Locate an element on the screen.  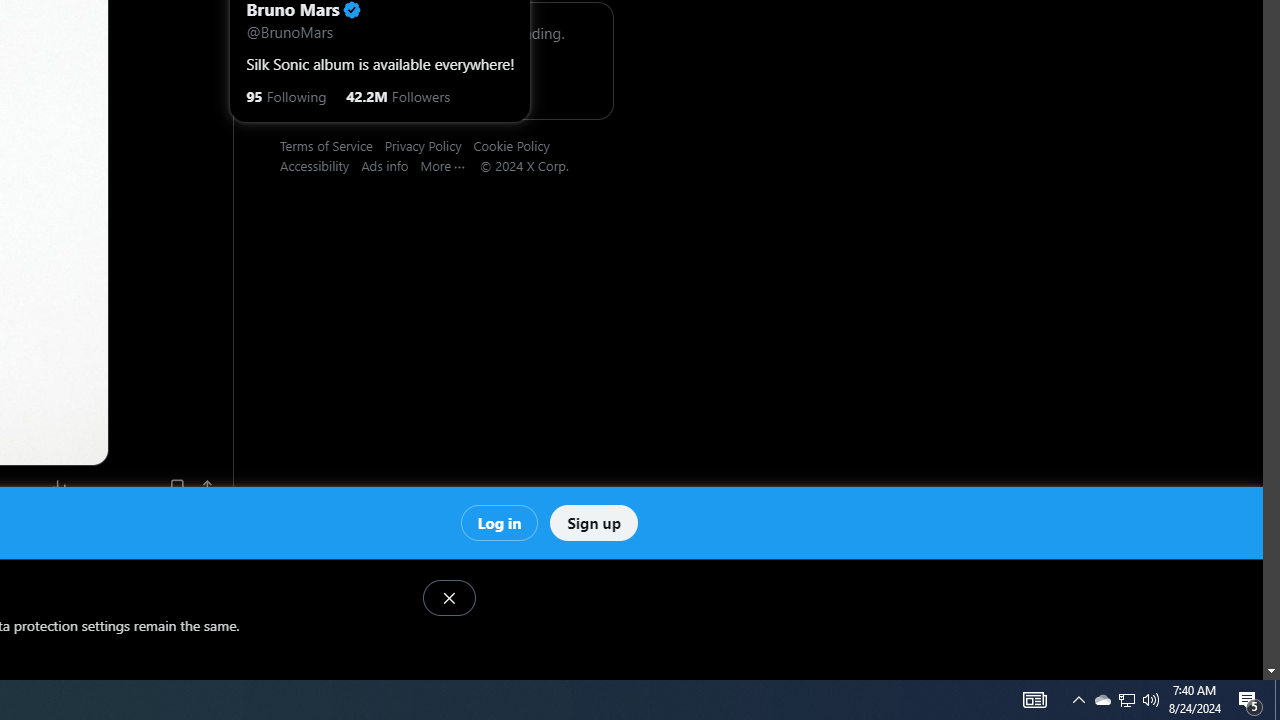
'Bookmark' is located at coordinates (176, 487).